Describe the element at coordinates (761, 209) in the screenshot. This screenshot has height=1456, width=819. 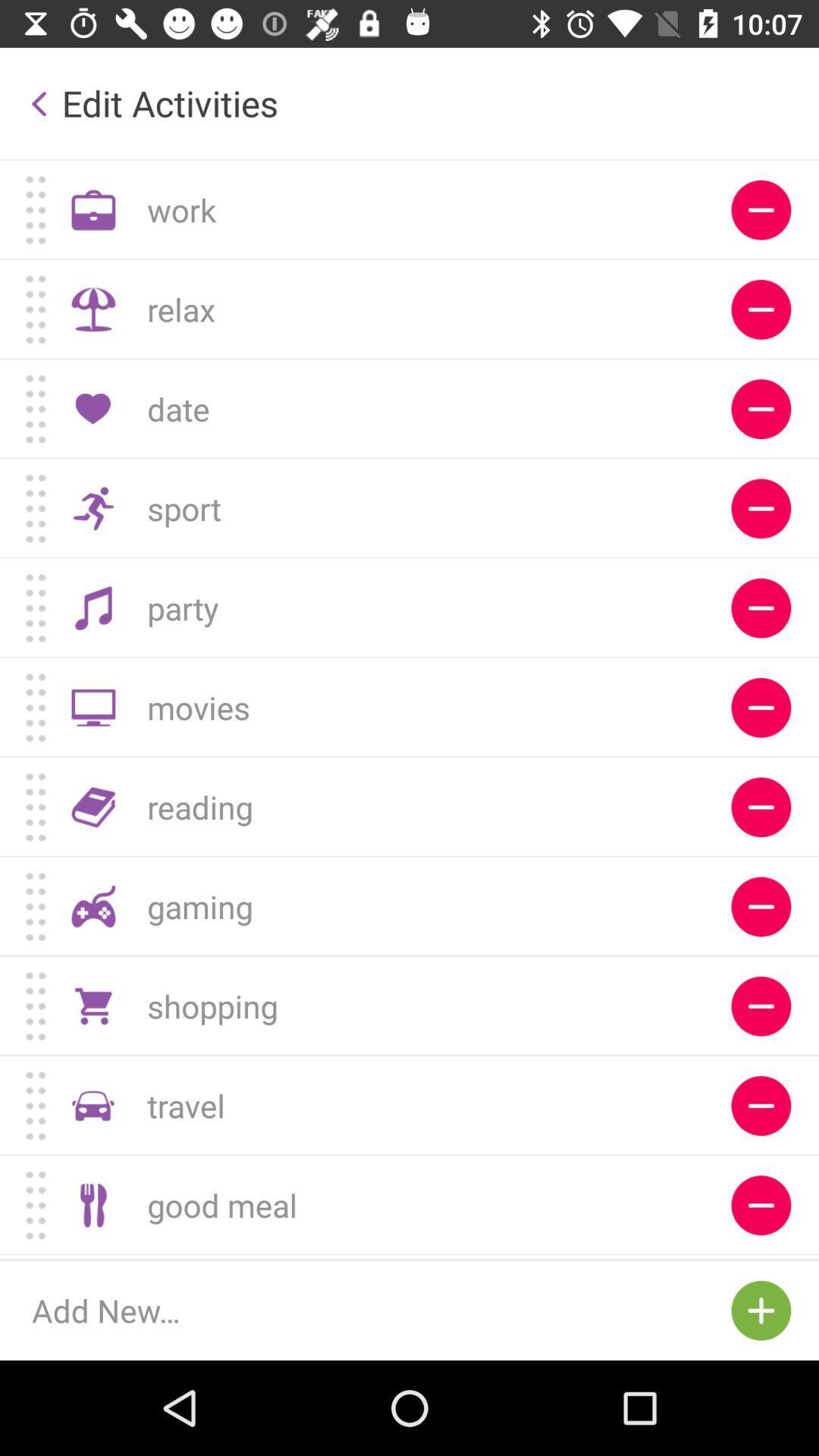
I see `delete work option` at that location.